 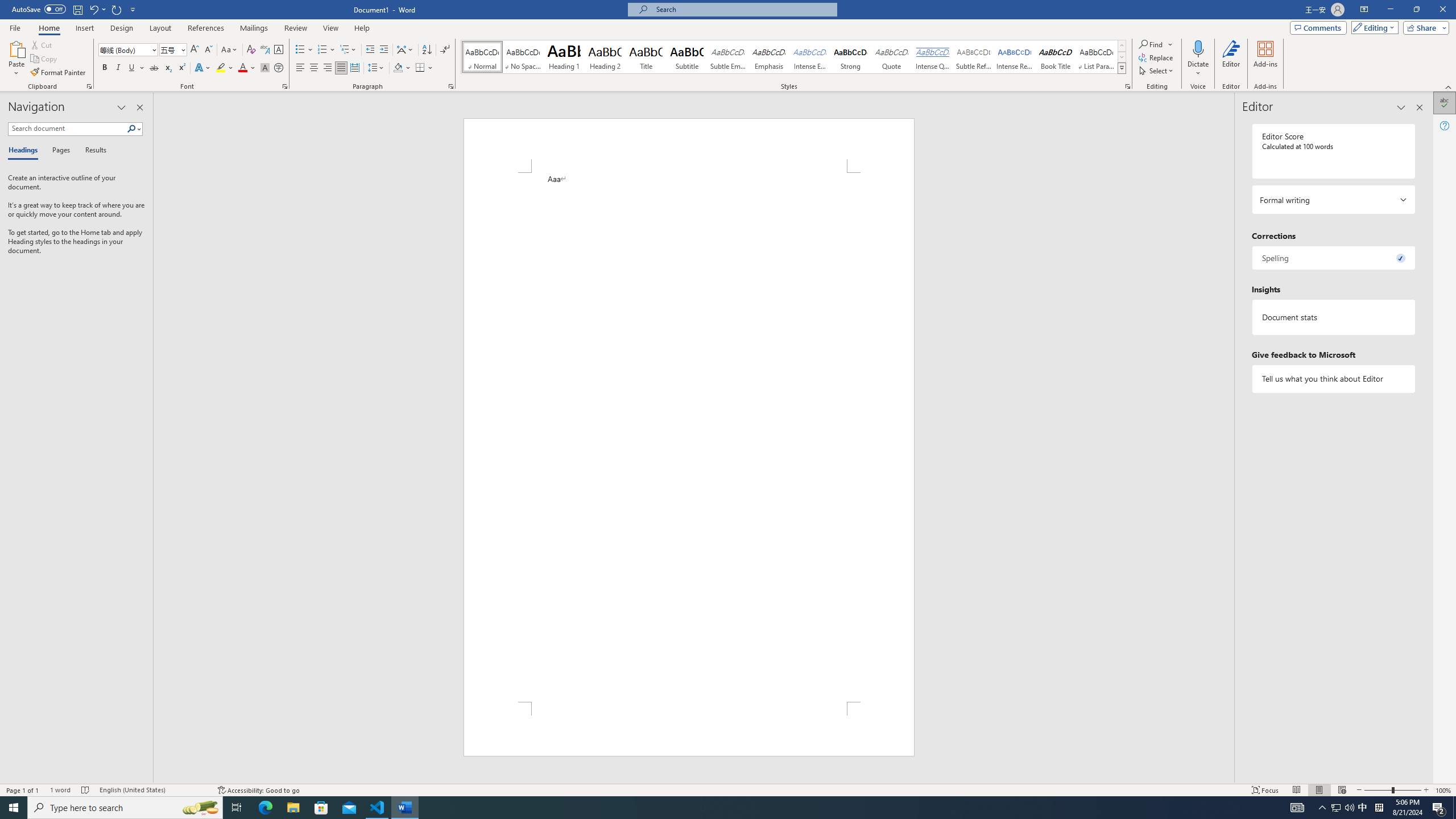 I want to click on 'Zoom', so click(x=1392, y=790).